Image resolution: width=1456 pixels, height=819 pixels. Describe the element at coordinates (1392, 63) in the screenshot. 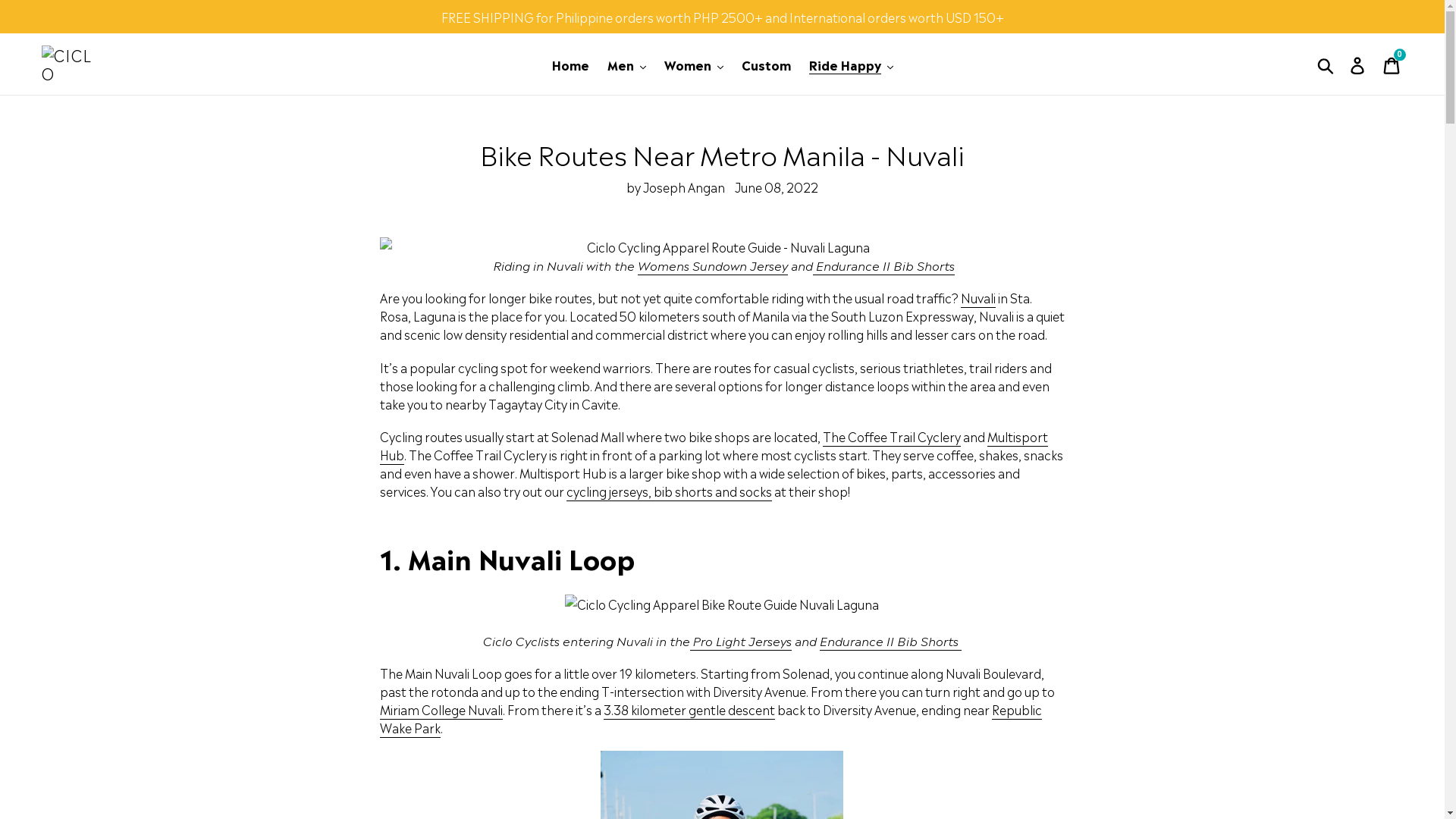

I see `'Cart` at that location.